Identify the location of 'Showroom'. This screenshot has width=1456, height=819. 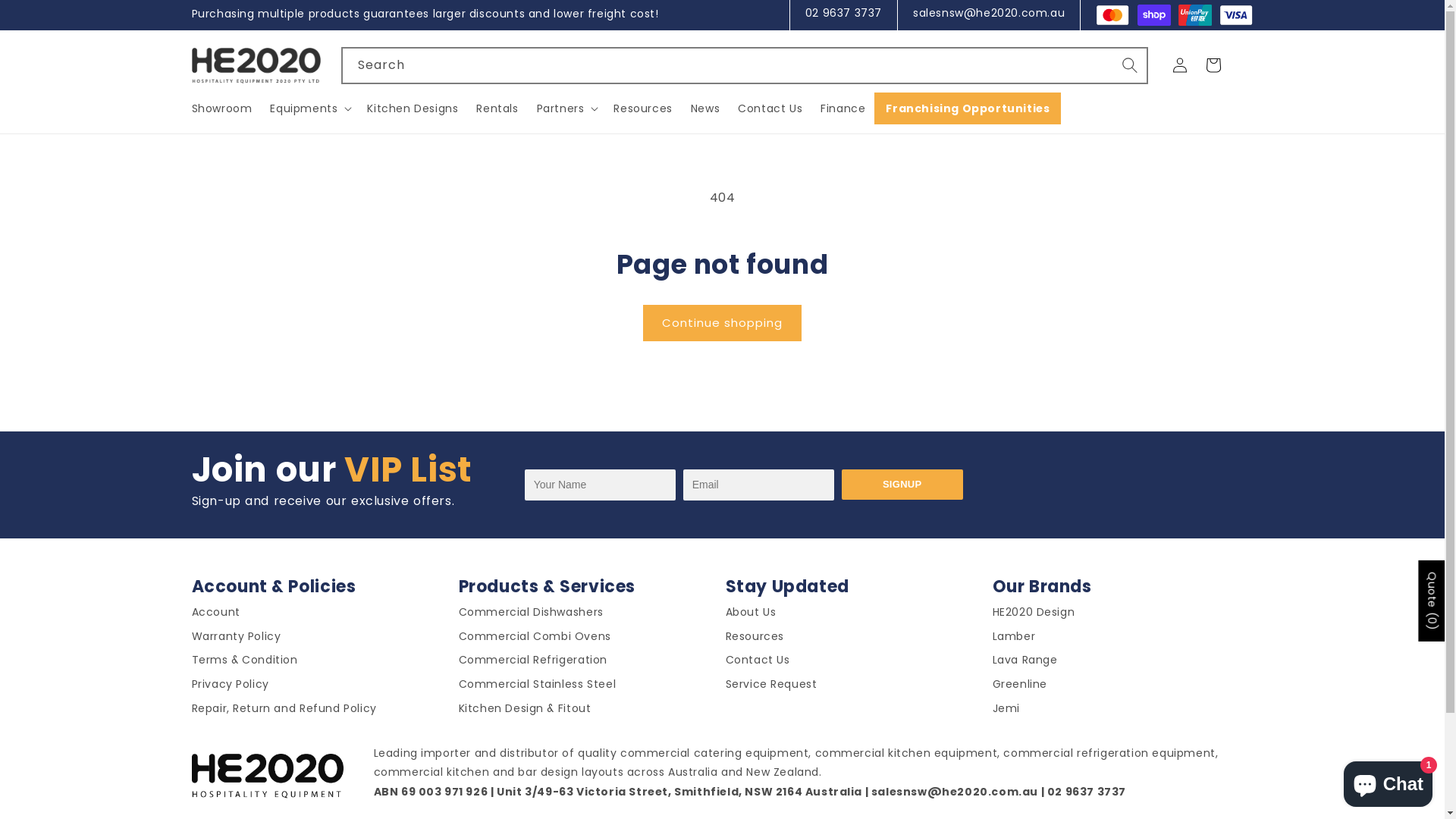
(190, 107).